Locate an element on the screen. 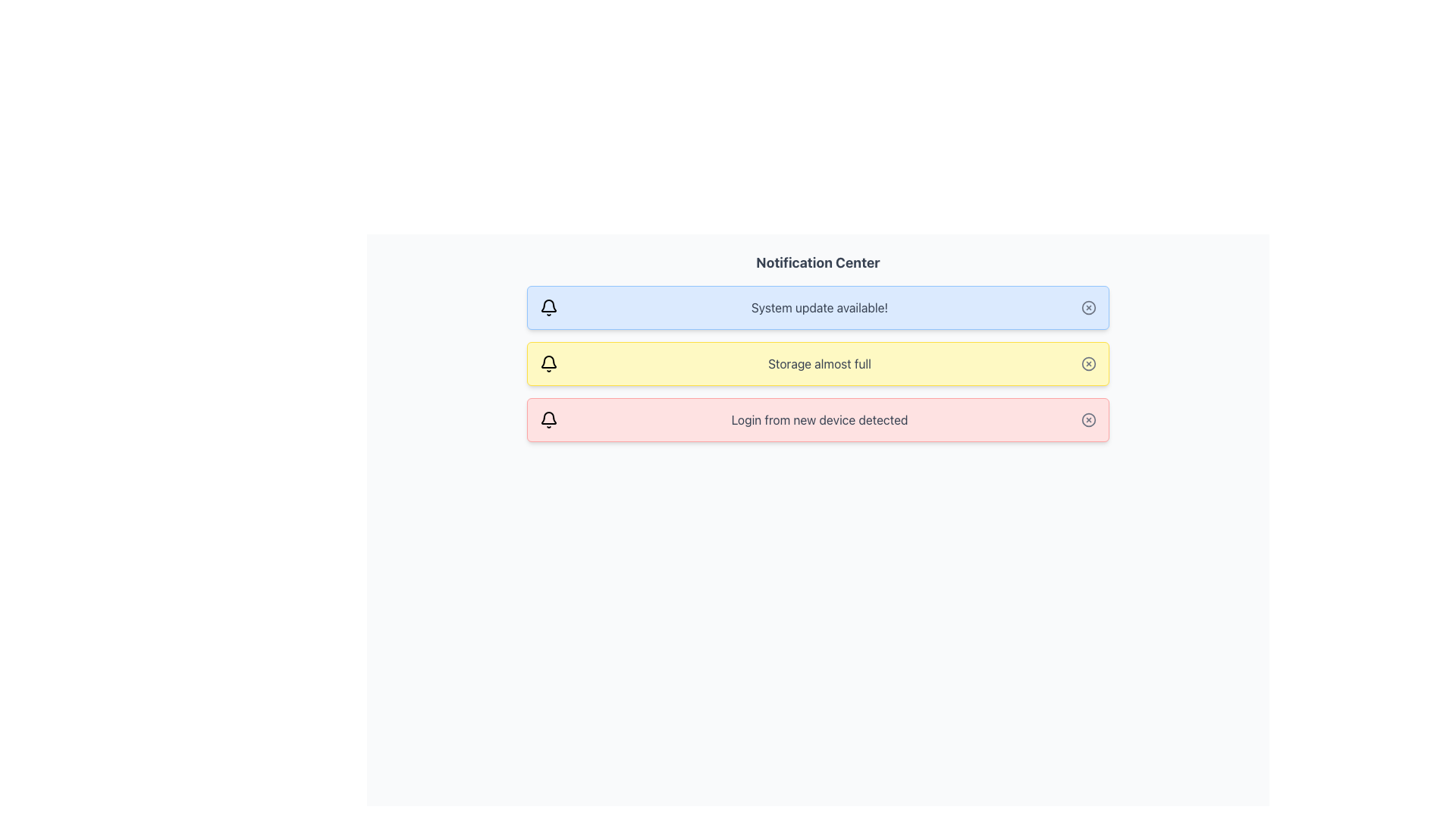 This screenshot has width=1456, height=819. the leftmost notification icon in the third row, which is encased by a red-colored bar, to acknowledge the notification is located at coordinates (548, 418).